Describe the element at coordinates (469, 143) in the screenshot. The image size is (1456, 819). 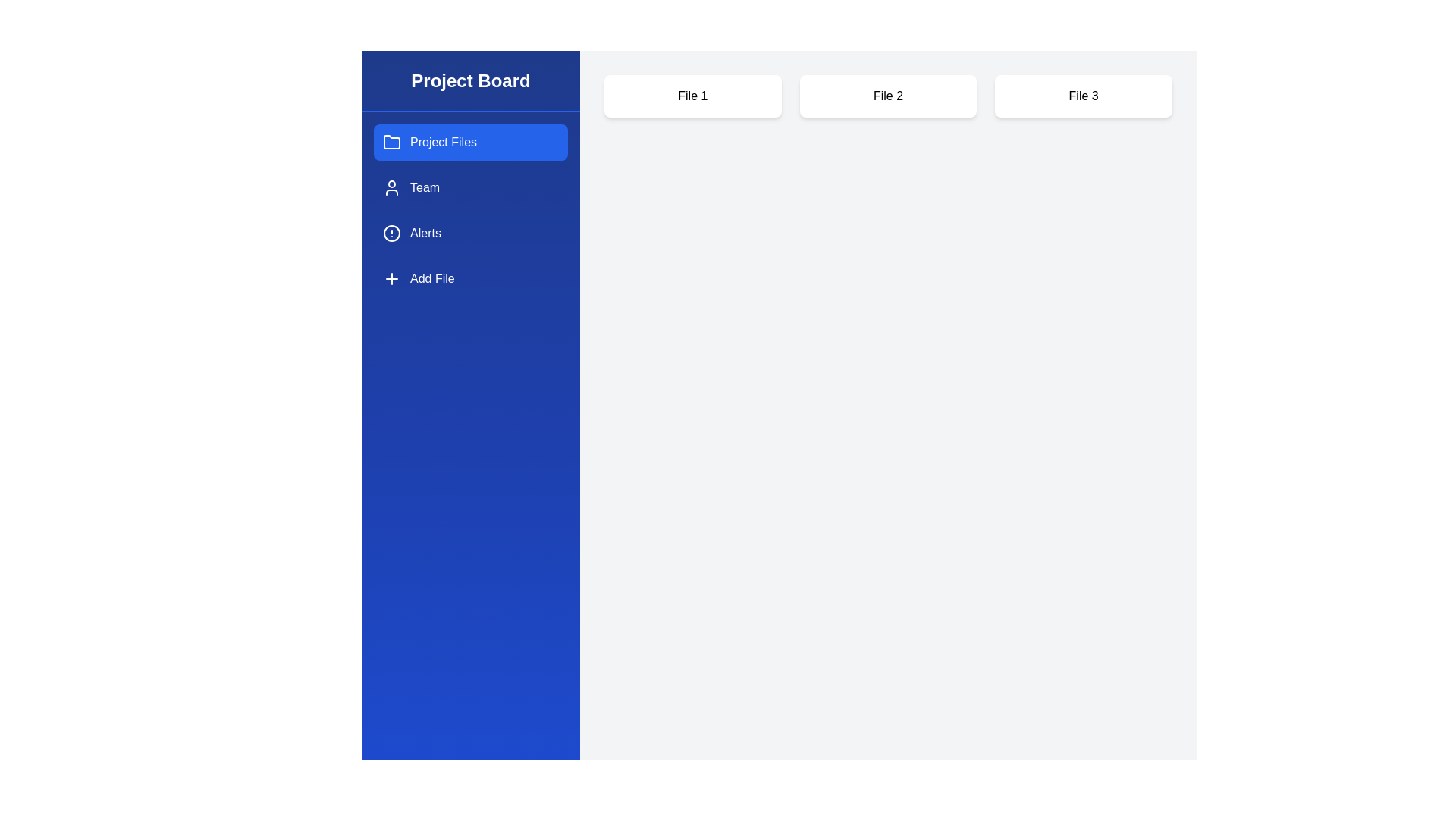
I see `the 'Project Files' navigation button, which is the first option` at that location.